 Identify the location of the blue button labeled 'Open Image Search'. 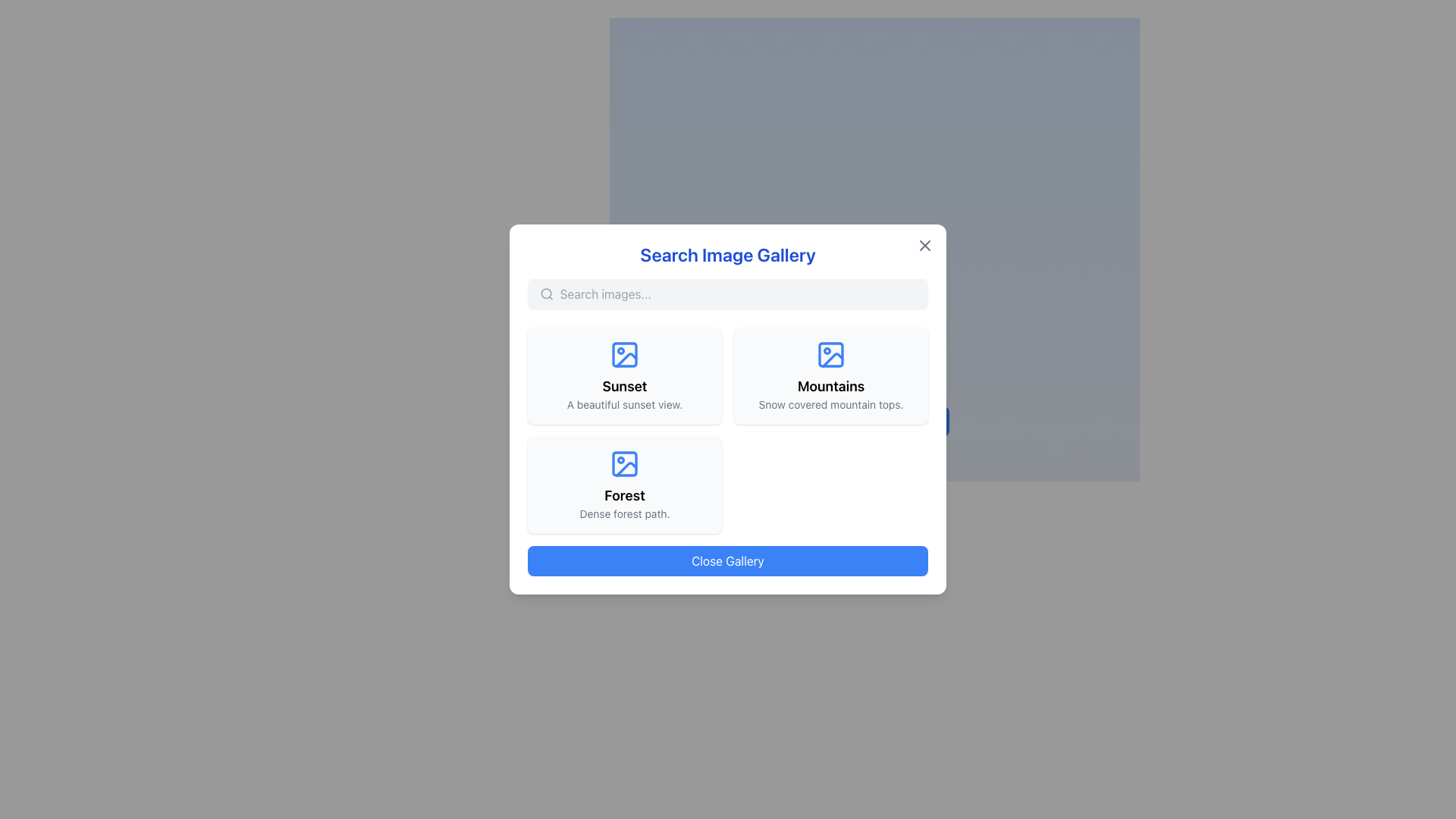
(874, 421).